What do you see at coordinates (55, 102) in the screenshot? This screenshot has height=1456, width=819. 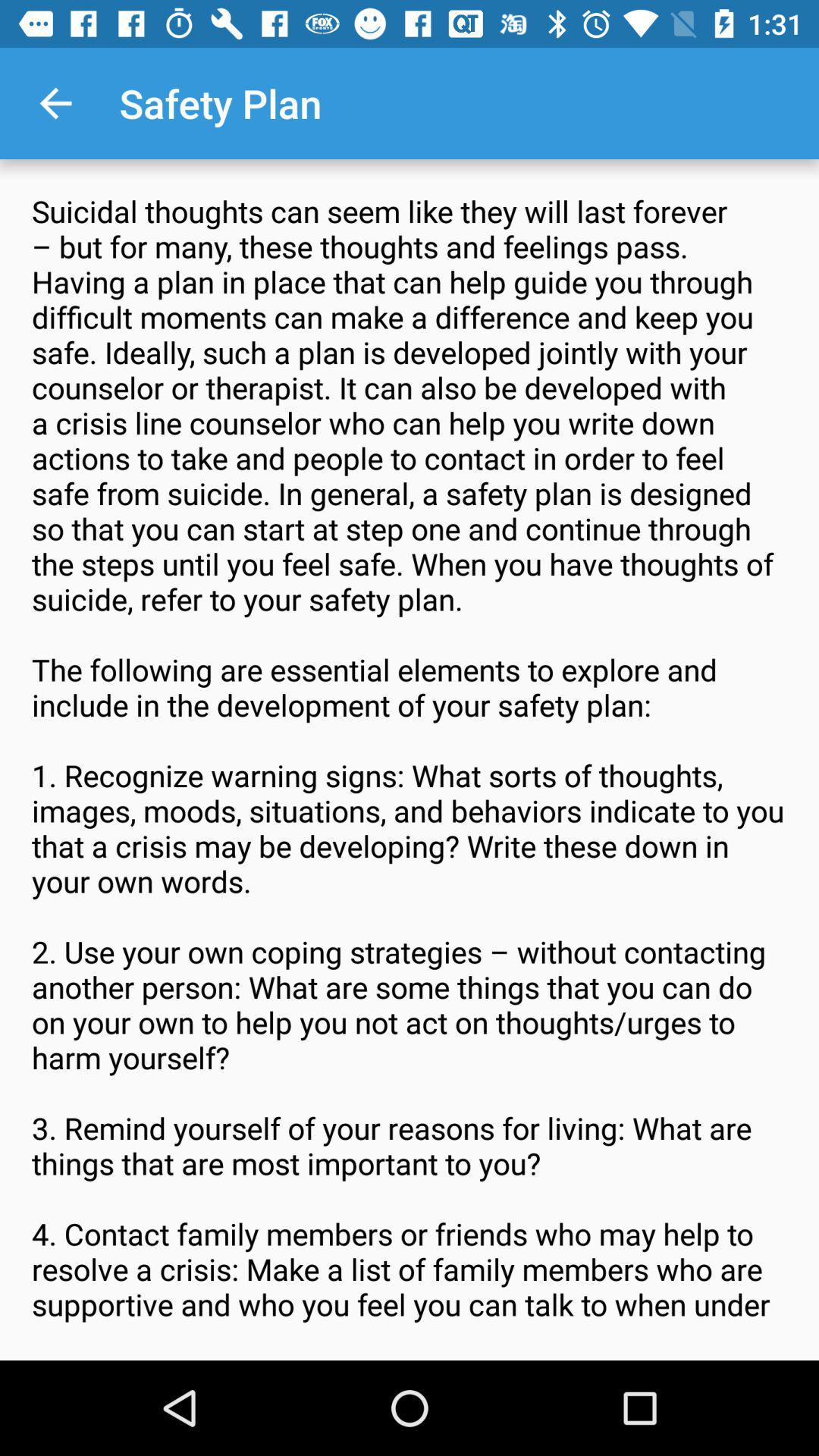 I see `the item above suicidal thoughts can` at bounding box center [55, 102].